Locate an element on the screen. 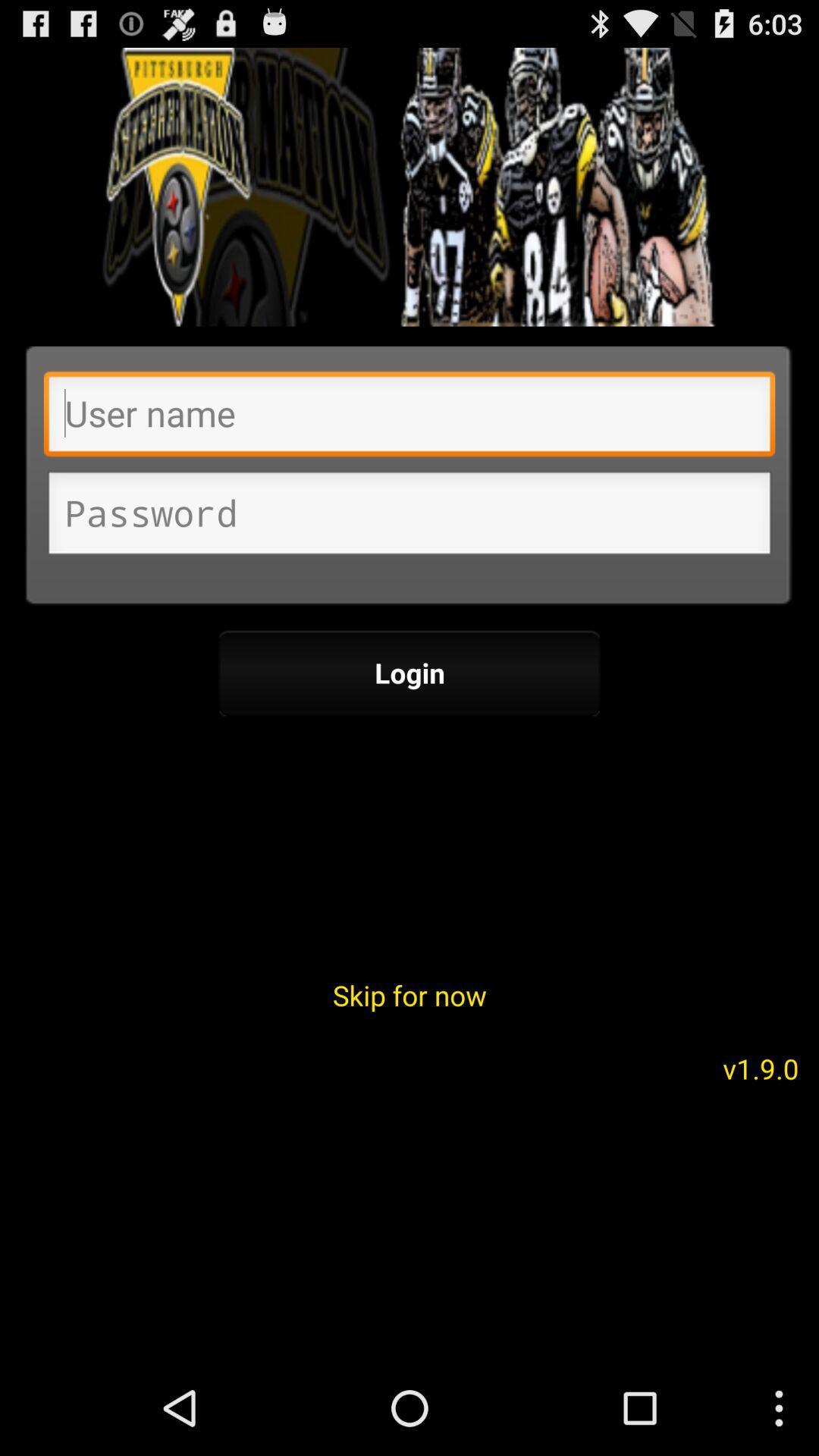 This screenshot has width=819, height=1456. item at the bottom is located at coordinates (409, 995).